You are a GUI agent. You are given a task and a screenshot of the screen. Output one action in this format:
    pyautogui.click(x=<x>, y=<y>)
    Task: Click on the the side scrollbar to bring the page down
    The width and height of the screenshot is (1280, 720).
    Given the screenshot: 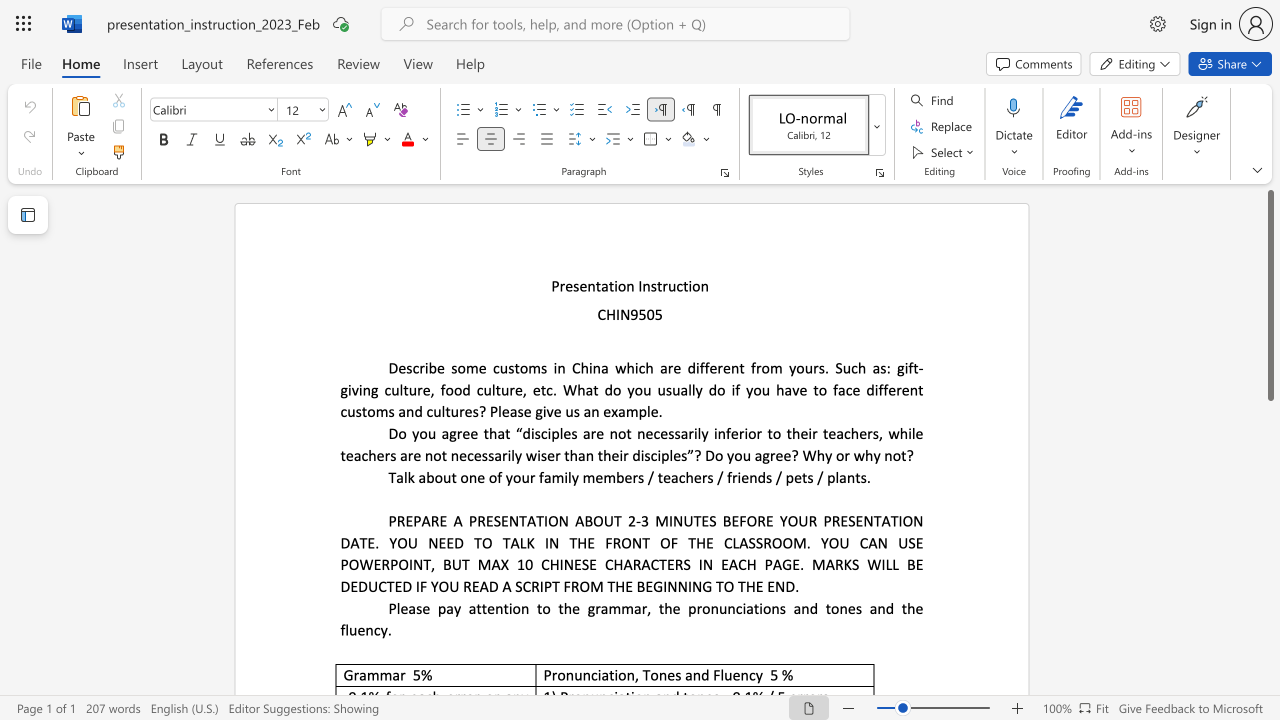 What is the action you would take?
    pyautogui.click(x=1269, y=670)
    